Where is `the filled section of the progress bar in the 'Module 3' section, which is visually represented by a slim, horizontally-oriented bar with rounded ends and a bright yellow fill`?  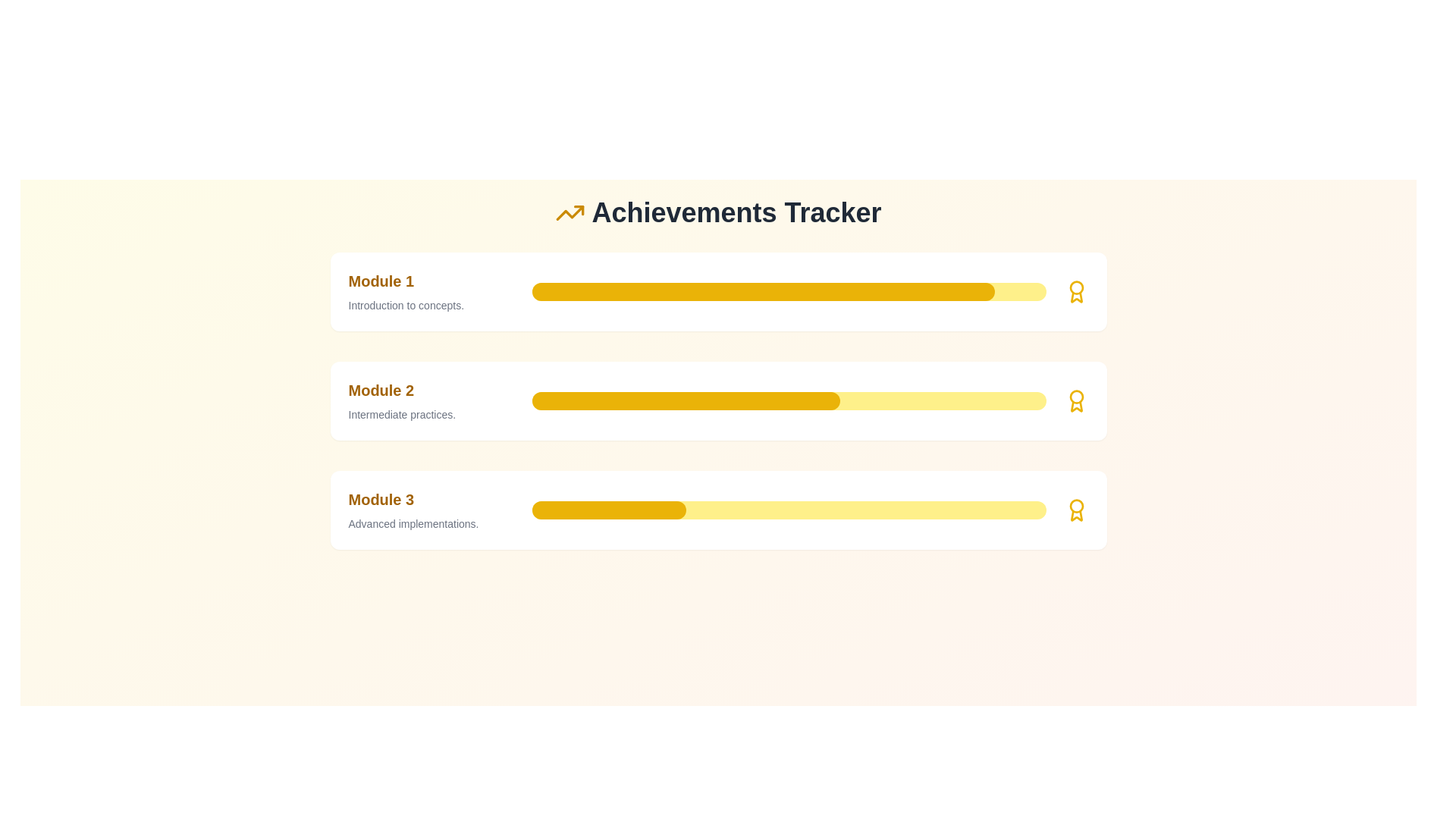 the filled section of the progress bar in the 'Module 3' section, which is visually represented by a slim, horizontally-oriented bar with rounded ends and a bright yellow fill is located at coordinates (609, 510).